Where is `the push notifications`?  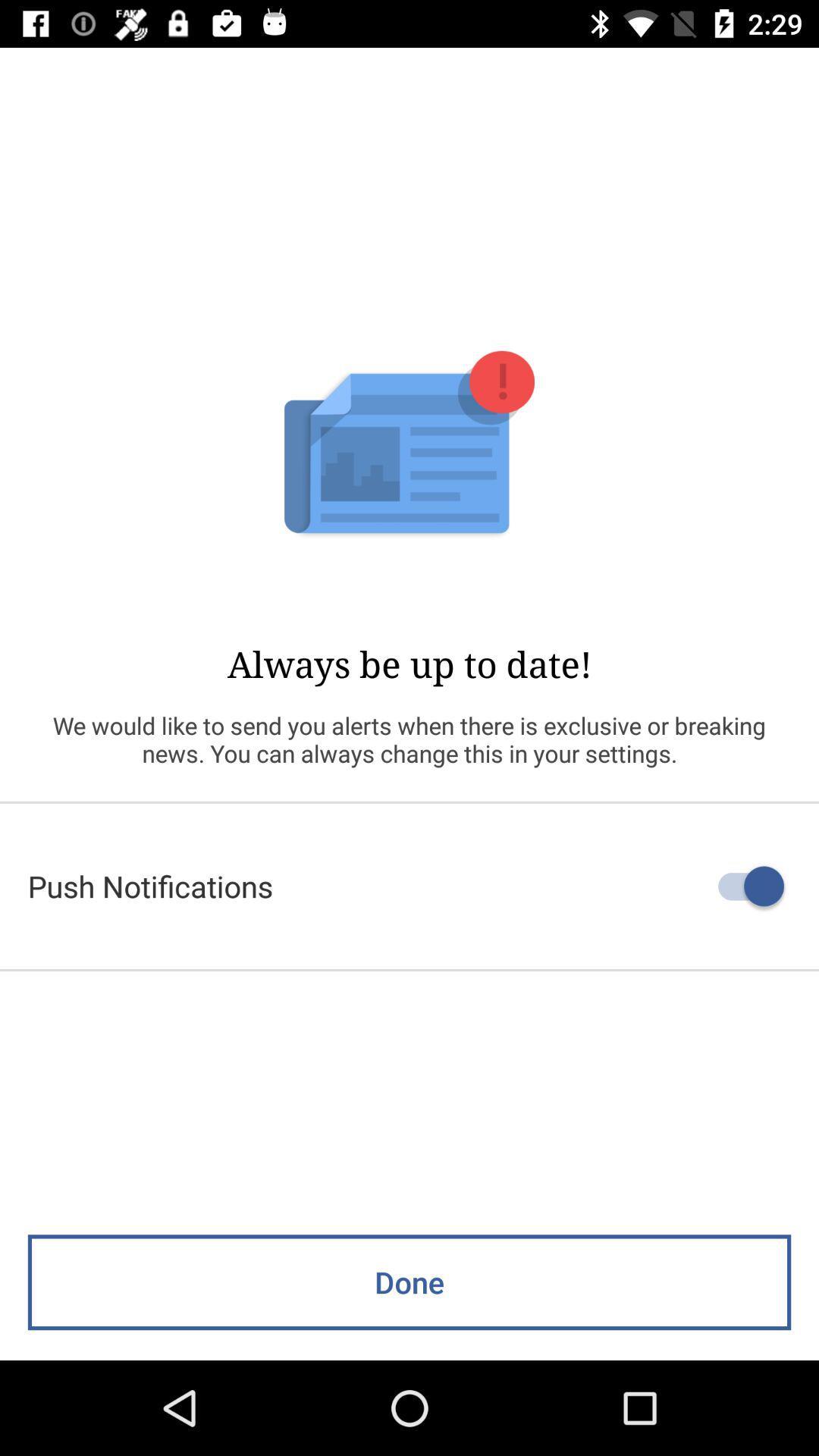
the push notifications is located at coordinates (409, 886).